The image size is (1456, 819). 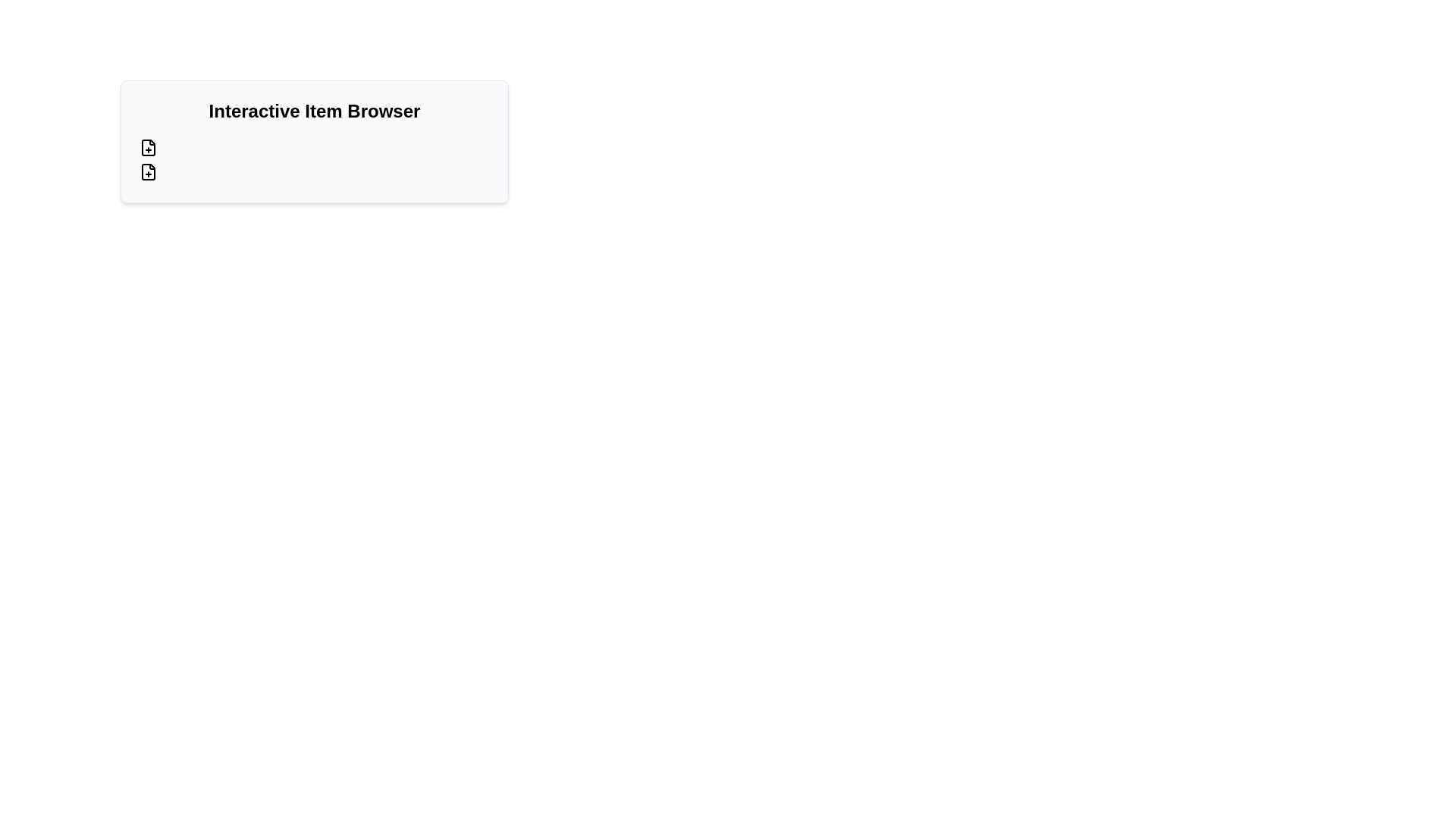 What do you see at coordinates (149, 148) in the screenshot?
I see `the SVG icon that resembles a folded paper corner, located in the top-left region of the interface, below the label 'Interactive Item Browser'` at bounding box center [149, 148].